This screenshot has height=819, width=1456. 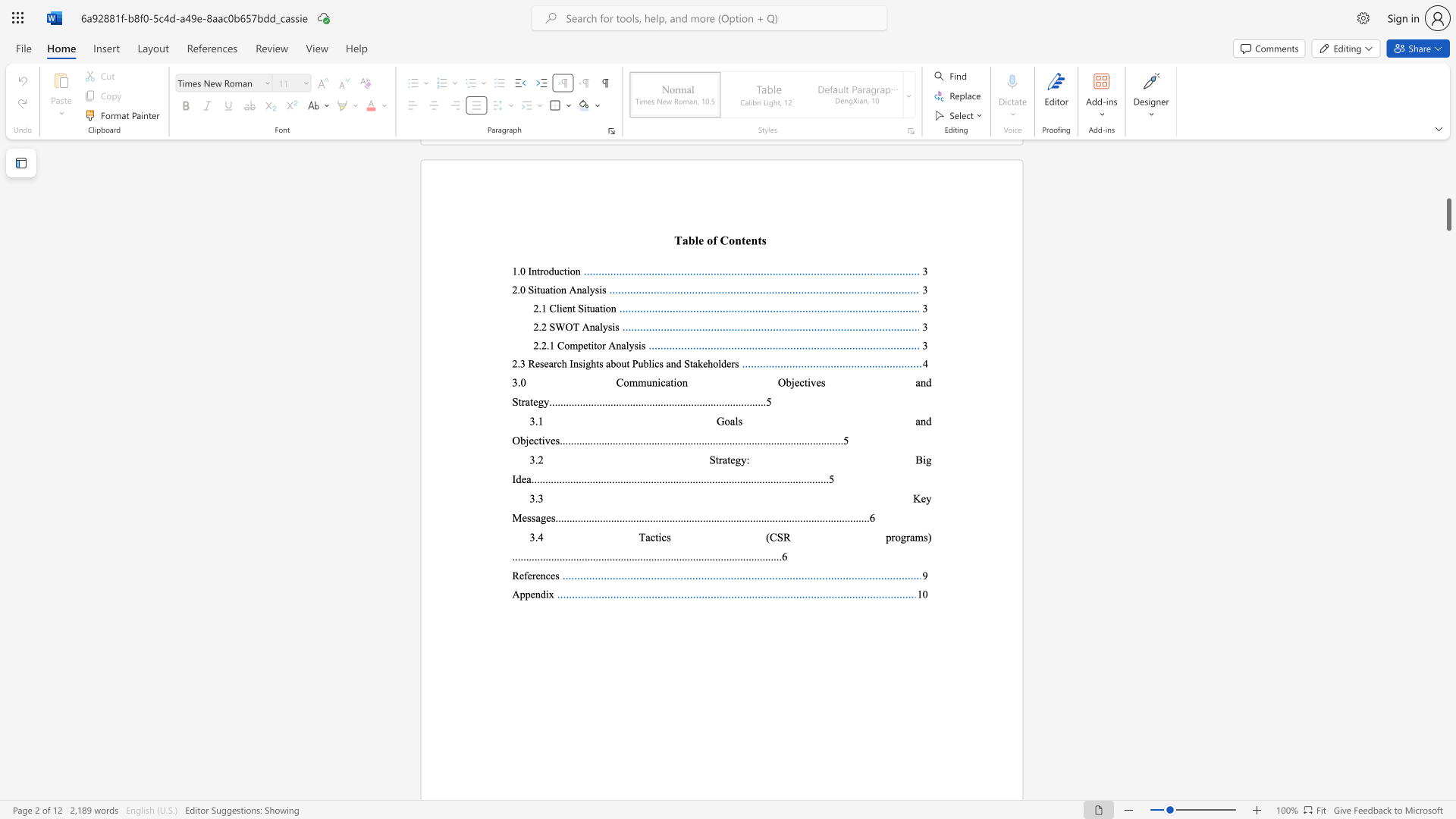 I want to click on the 1th character "(" in the text, so click(x=767, y=536).